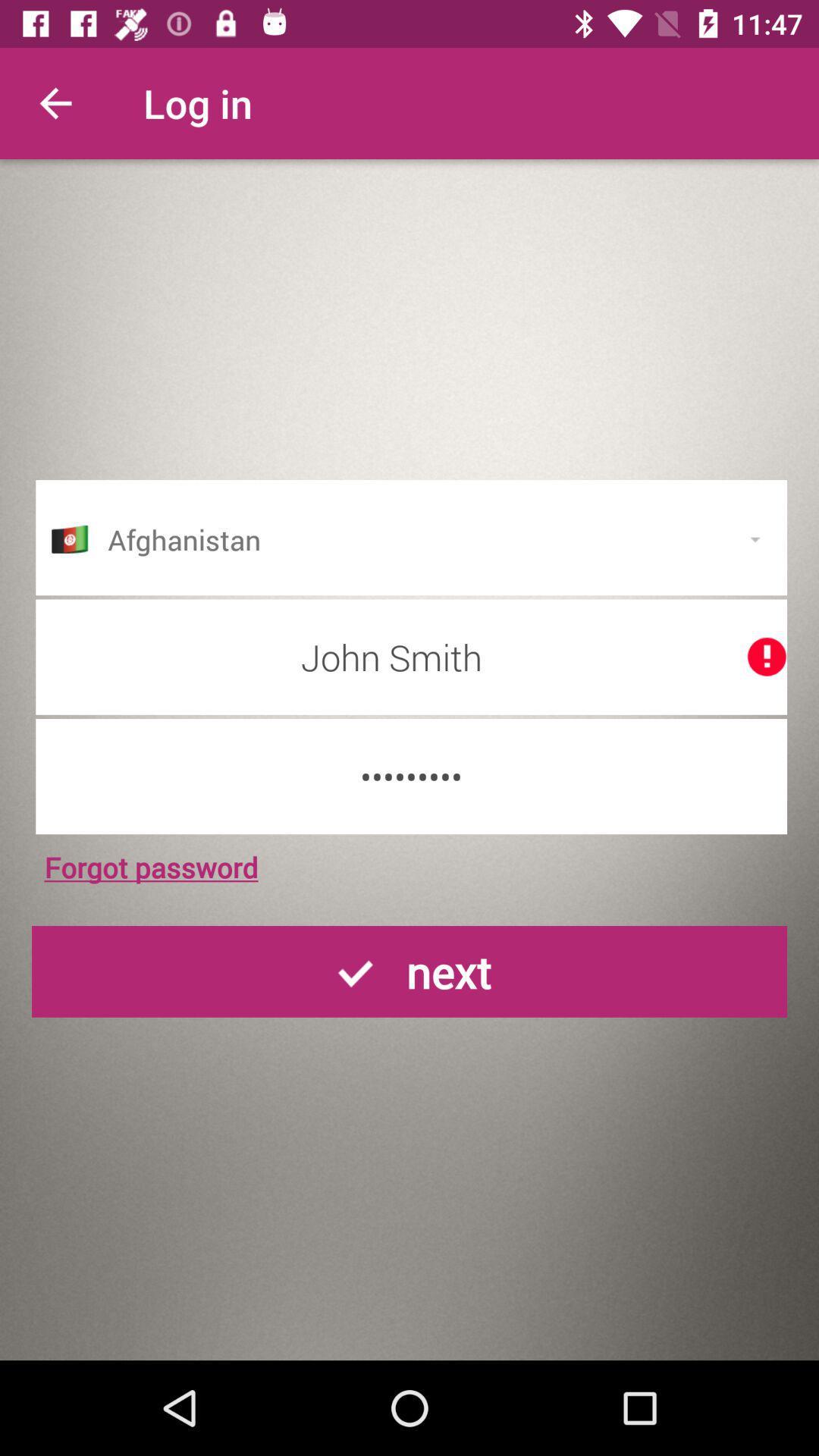 This screenshot has width=819, height=1456. Describe the element at coordinates (411, 777) in the screenshot. I see `crowd3116` at that location.